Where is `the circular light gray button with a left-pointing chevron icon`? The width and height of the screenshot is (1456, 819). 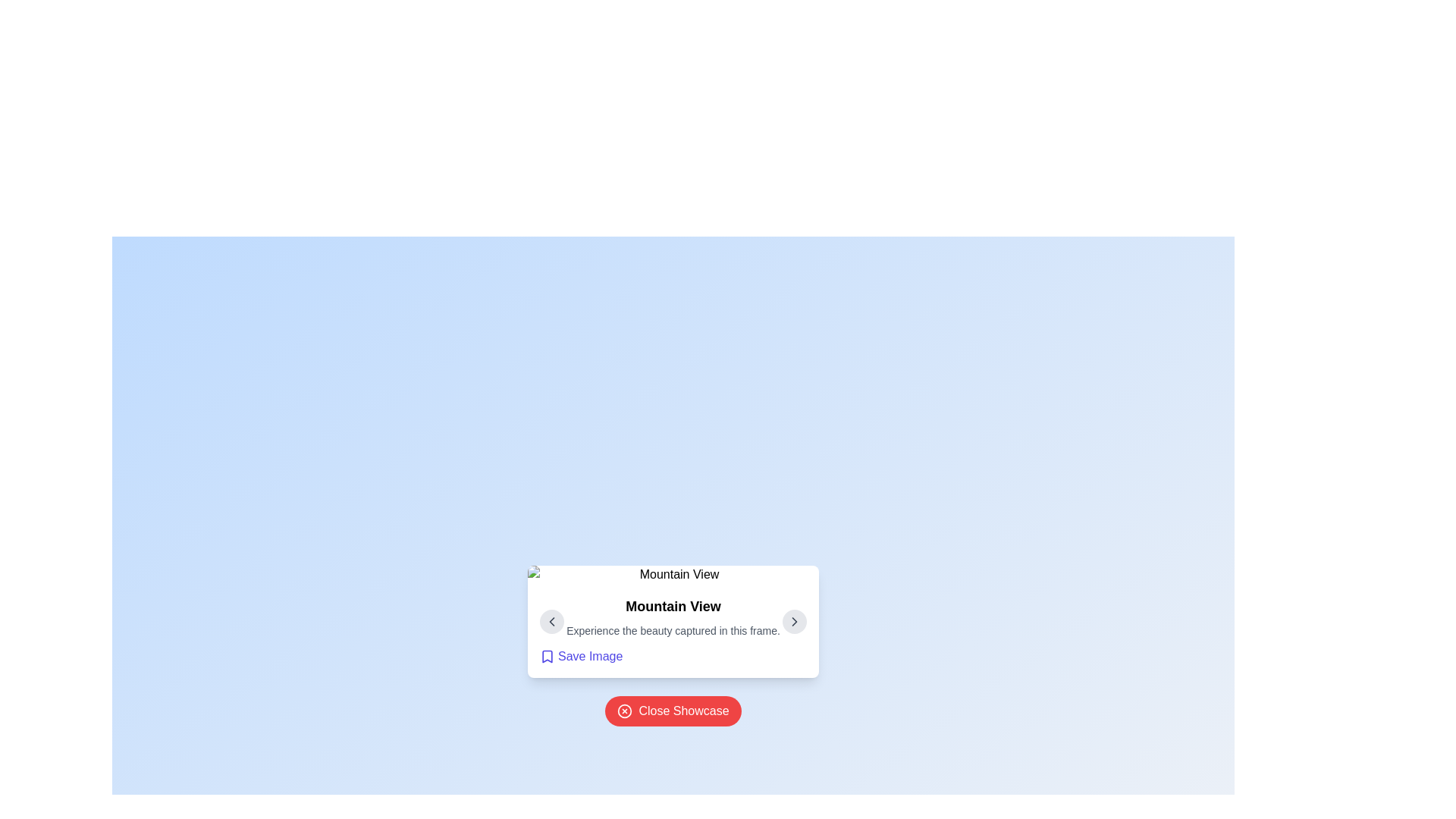 the circular light gray button with a left-pointing chevron icon is located at coordinates (551, 622).